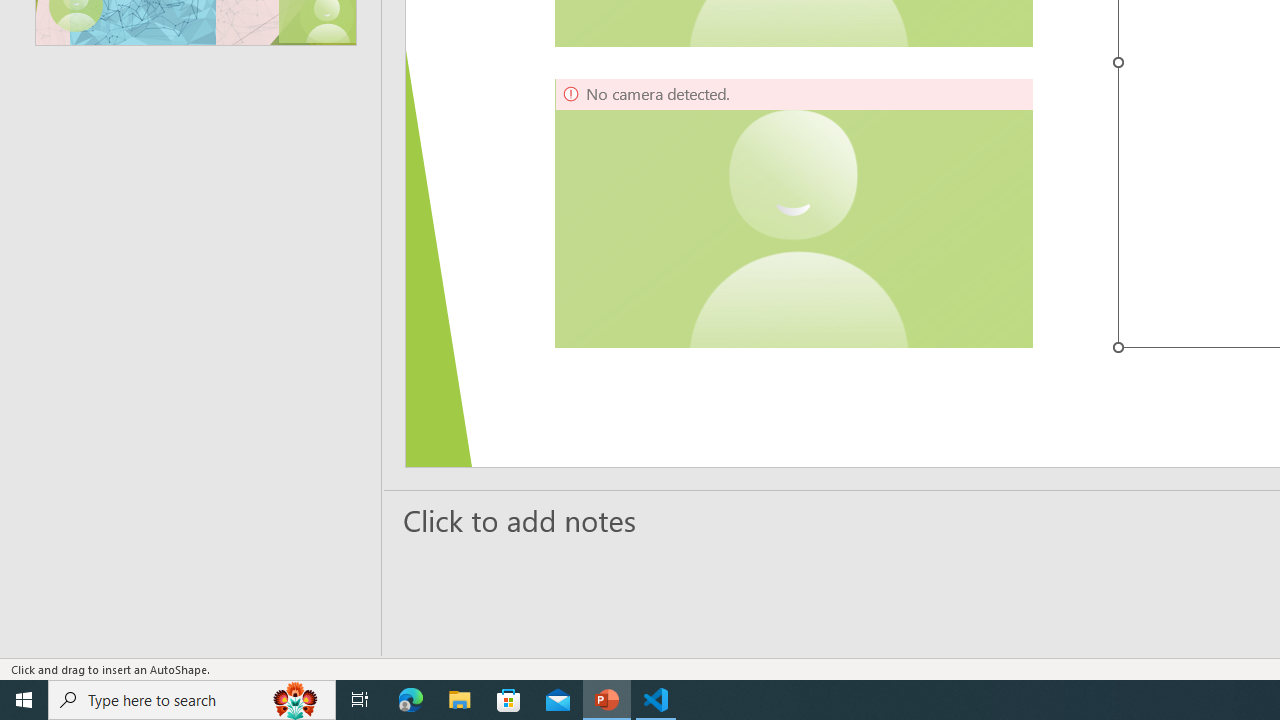 Image resolution: width=1280 pixels, height=720 pixels. What do you see at coordinates (793, 213) in the screenshot?
I see `'Camera 5, No camera detected.'` at bounding box center [793, 213].